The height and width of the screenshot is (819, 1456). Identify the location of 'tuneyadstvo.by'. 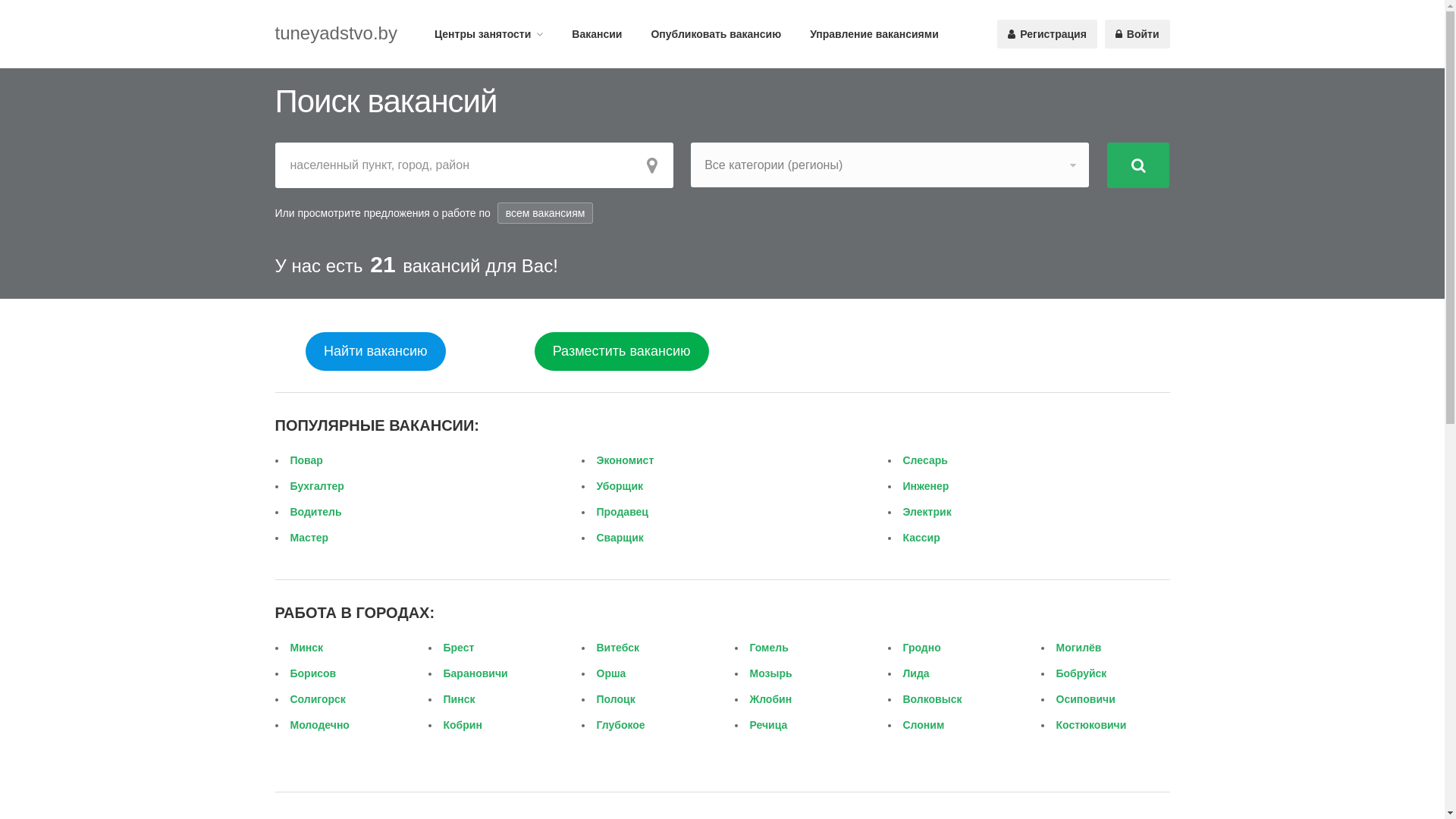
(274, 33).